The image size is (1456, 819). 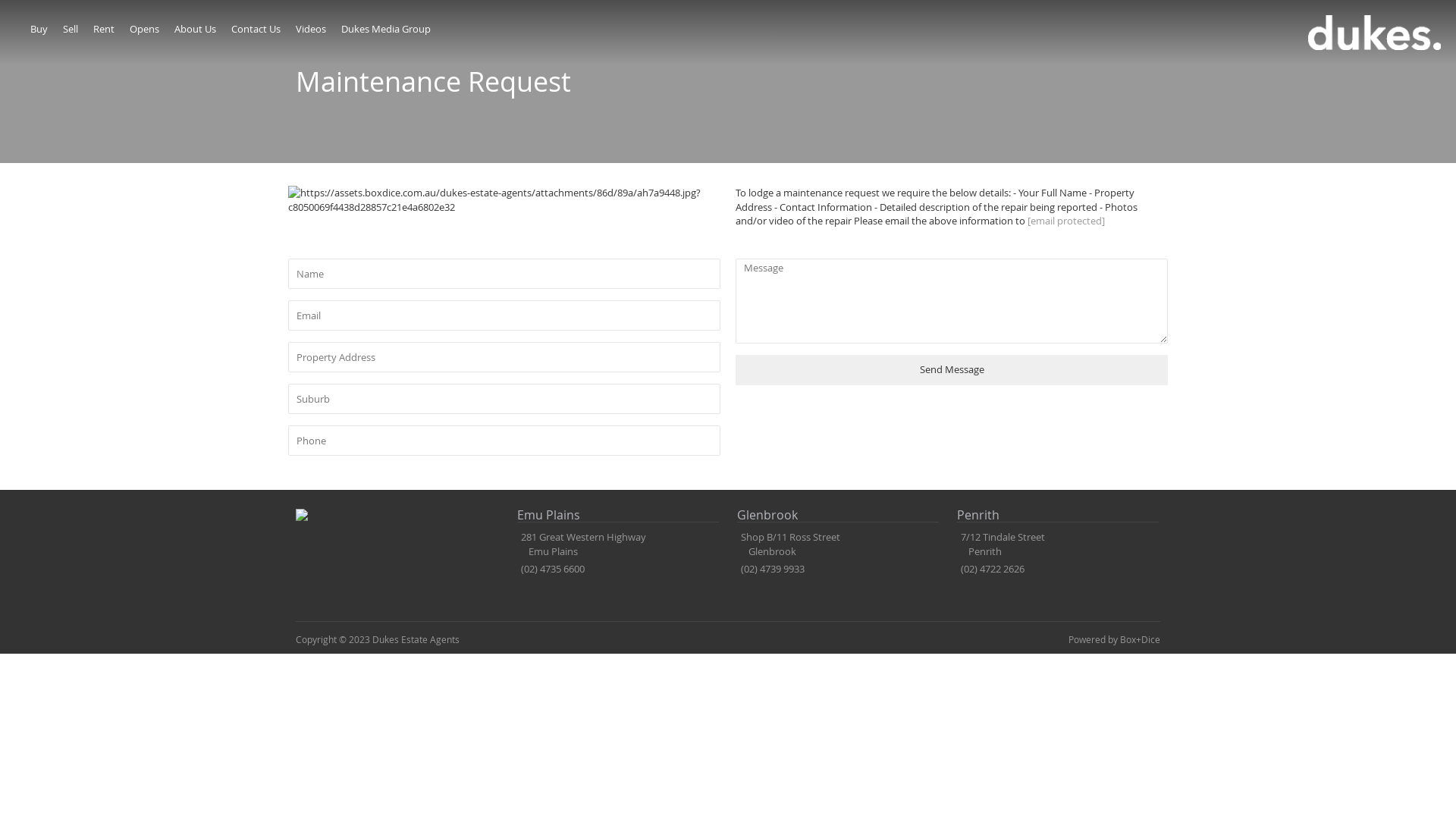 I want to click on 'Rent', so click(x=93, y=29).